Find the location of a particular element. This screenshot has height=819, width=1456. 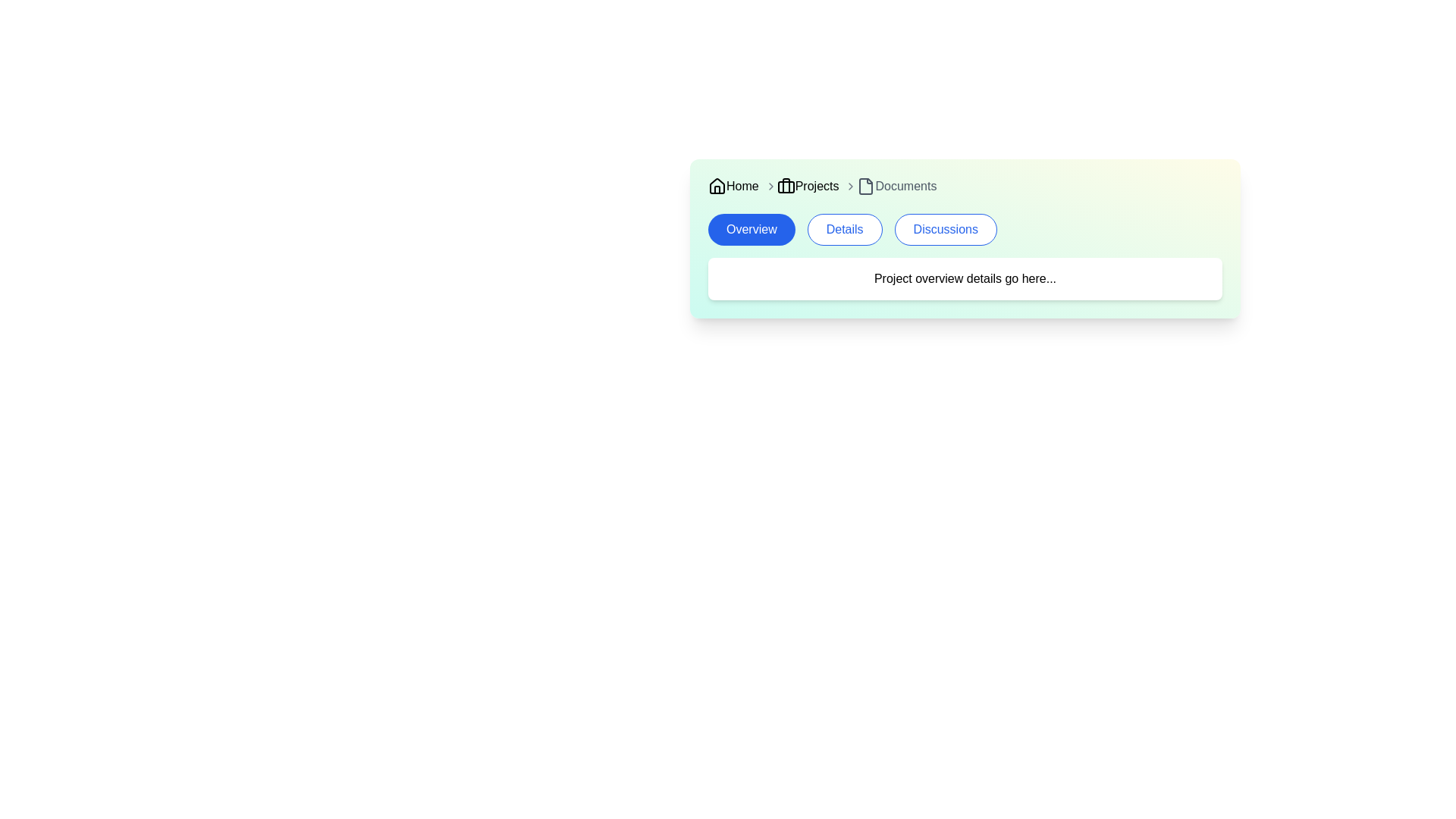

the briefcase icon located in the breadcrumb navigation section to the left of the text 'Projects' is located at coordinates (786, 186).